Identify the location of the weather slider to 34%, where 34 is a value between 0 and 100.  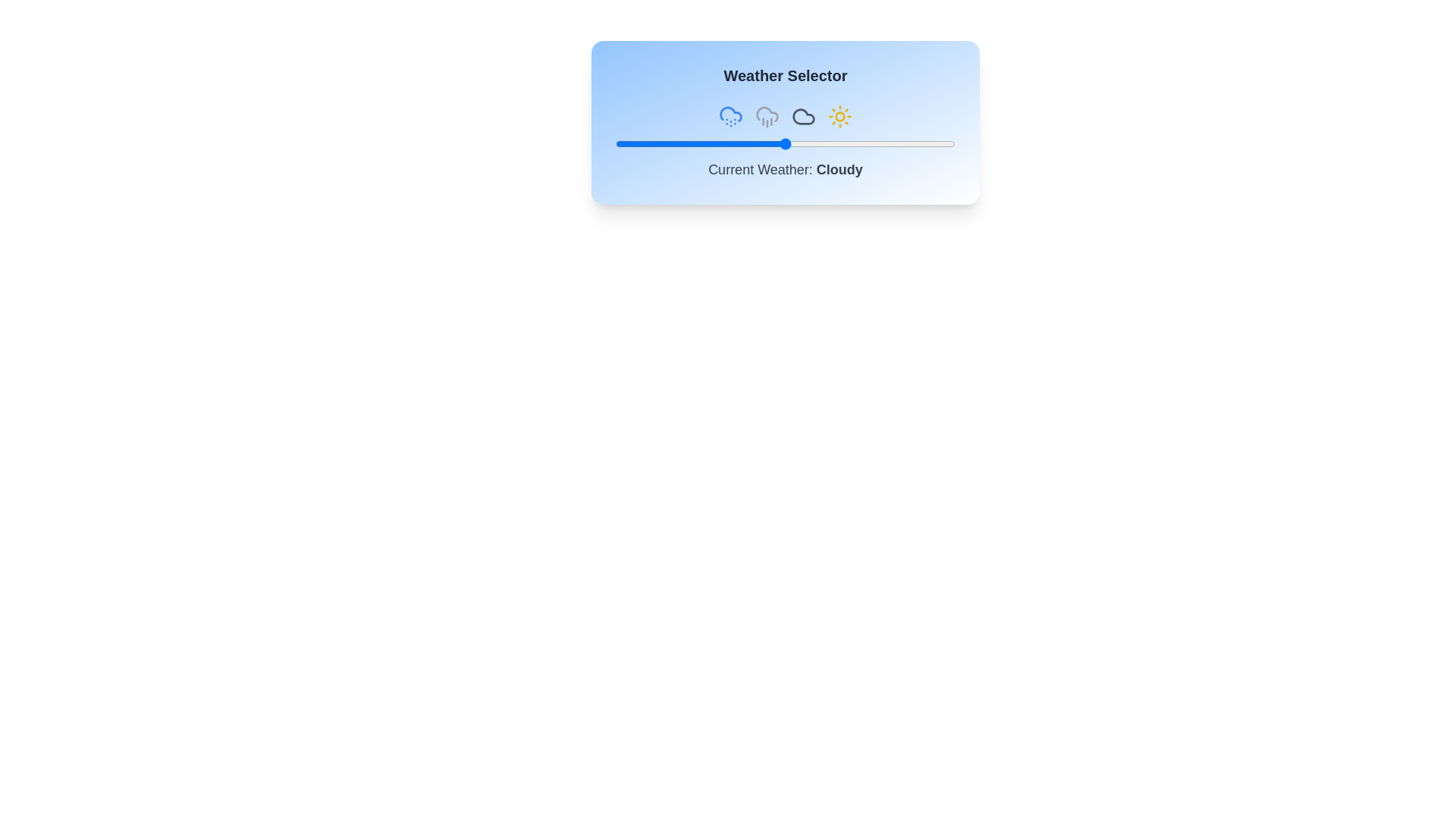
(731, 143).